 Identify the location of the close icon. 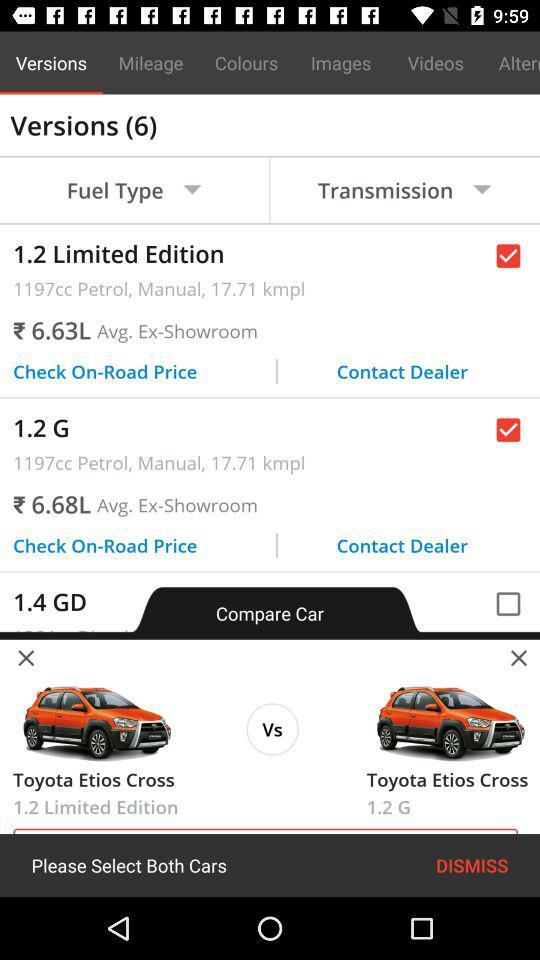
(25, 655).